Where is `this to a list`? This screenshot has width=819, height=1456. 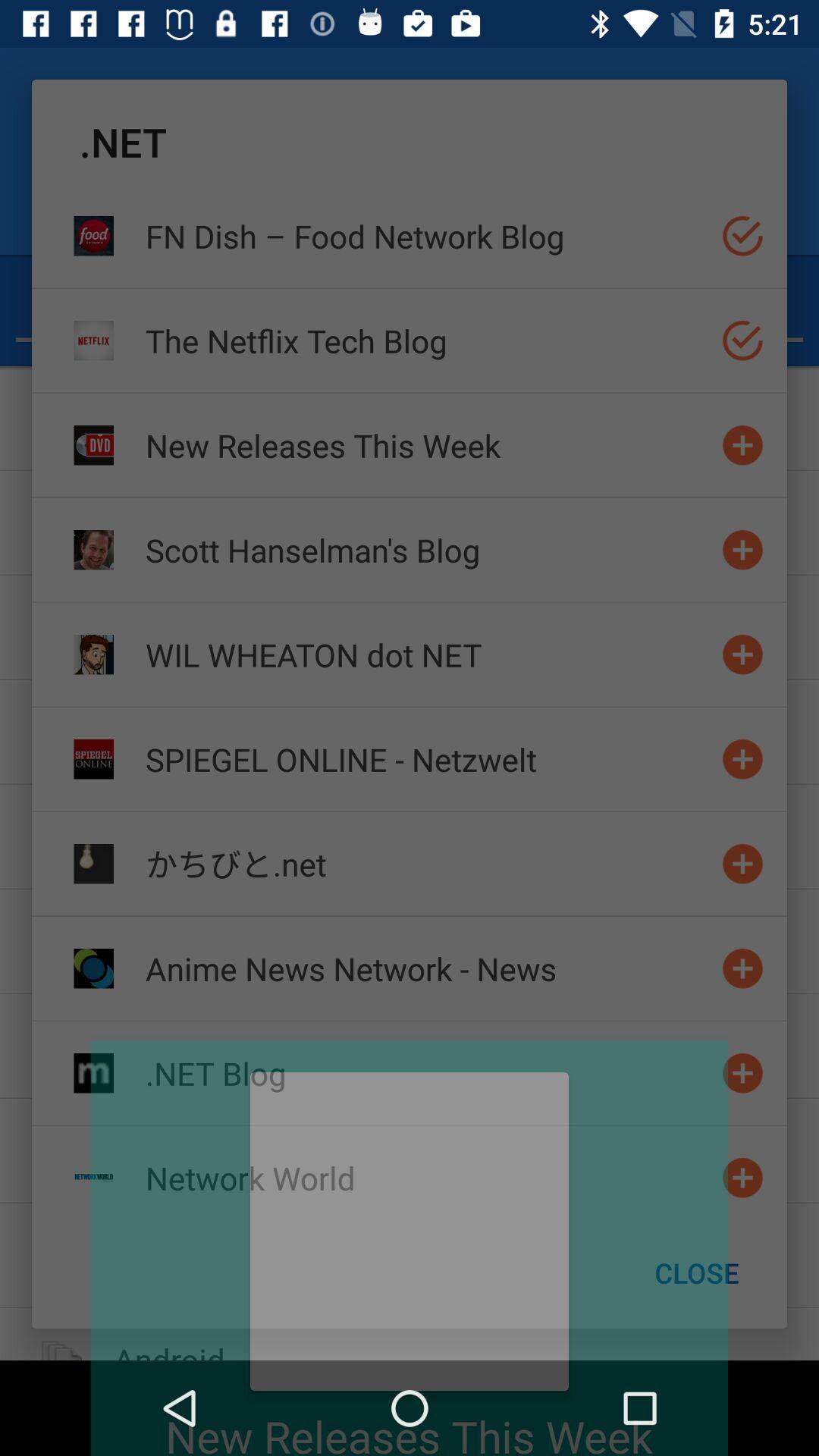
this to a list is located at coordinates (742, 654).